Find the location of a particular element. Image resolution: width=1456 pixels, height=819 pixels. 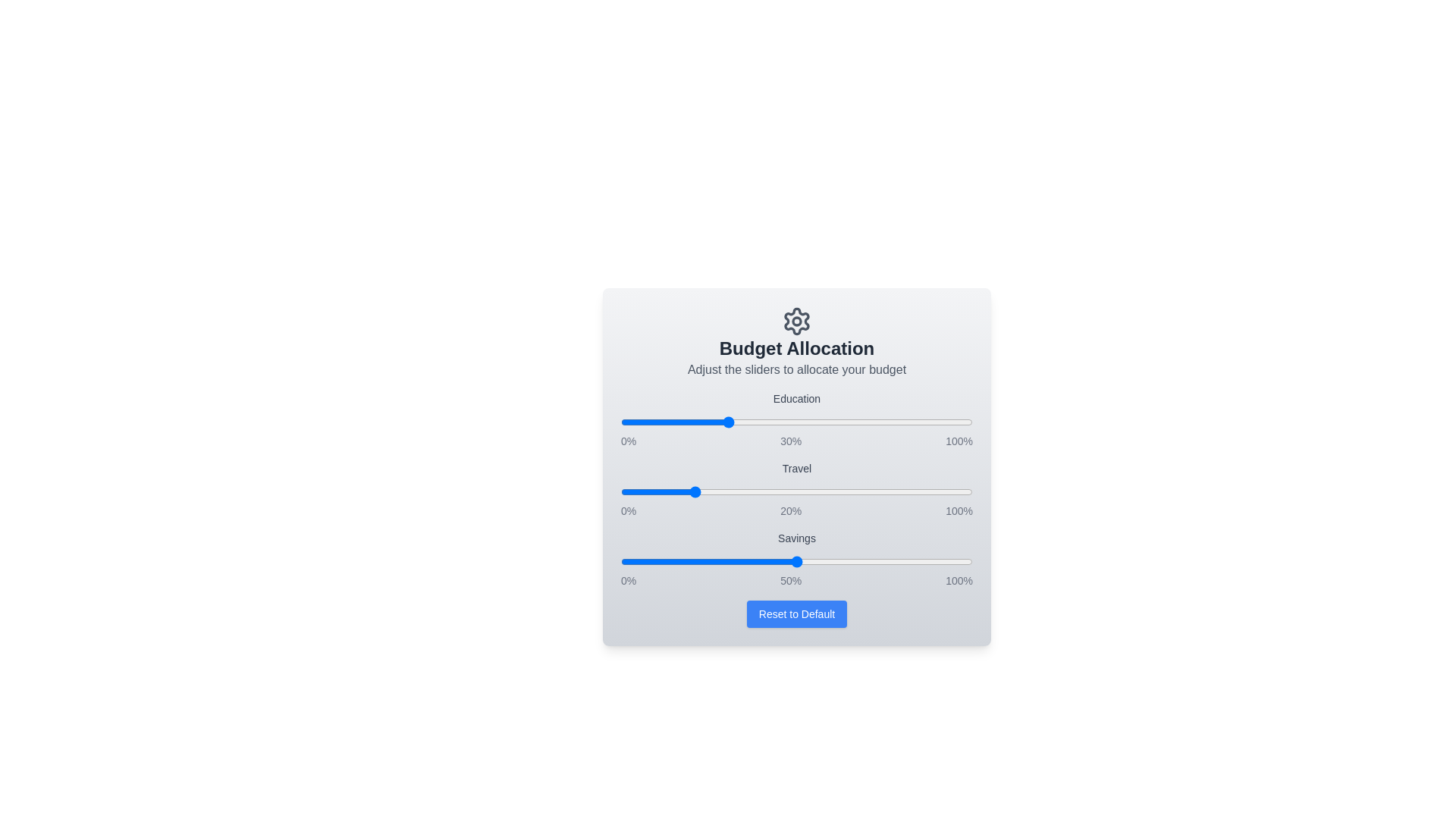

the 'Reset to Default' button to restore default values is located at coordinates (796, 614).